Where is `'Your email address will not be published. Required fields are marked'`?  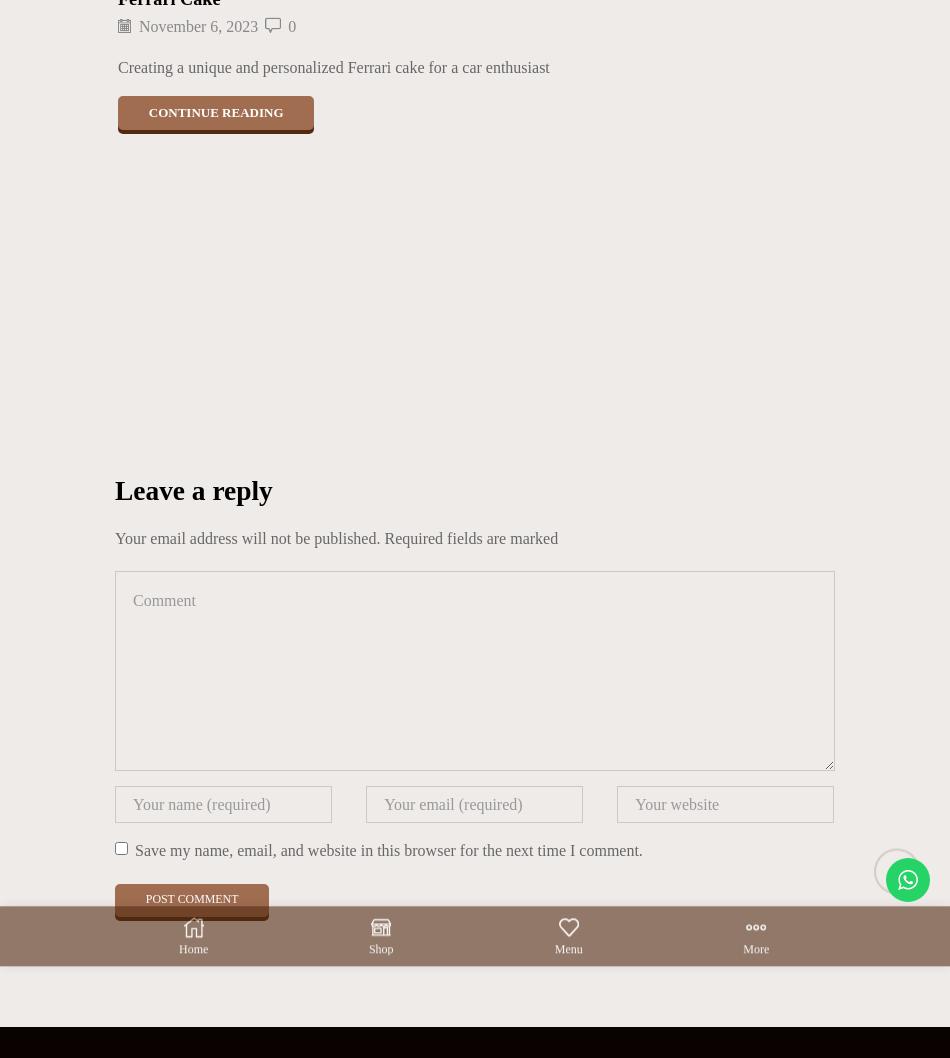
'Your email address will not be published. Required fields are marked' is located at coordinates (335, 537).